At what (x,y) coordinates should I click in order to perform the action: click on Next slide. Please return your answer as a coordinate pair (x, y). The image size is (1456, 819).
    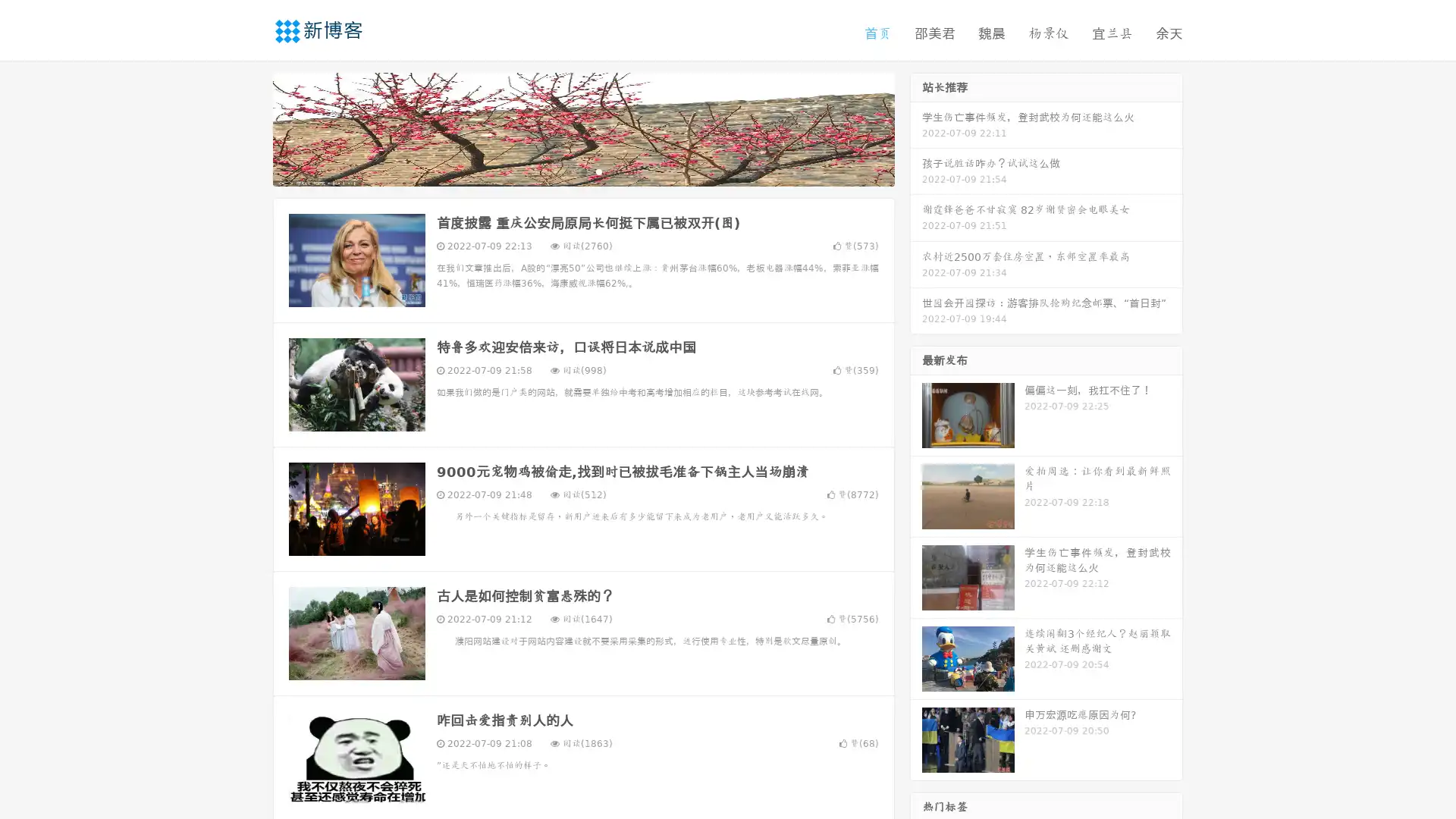
    Looking at the image, I should click on (916, 127).